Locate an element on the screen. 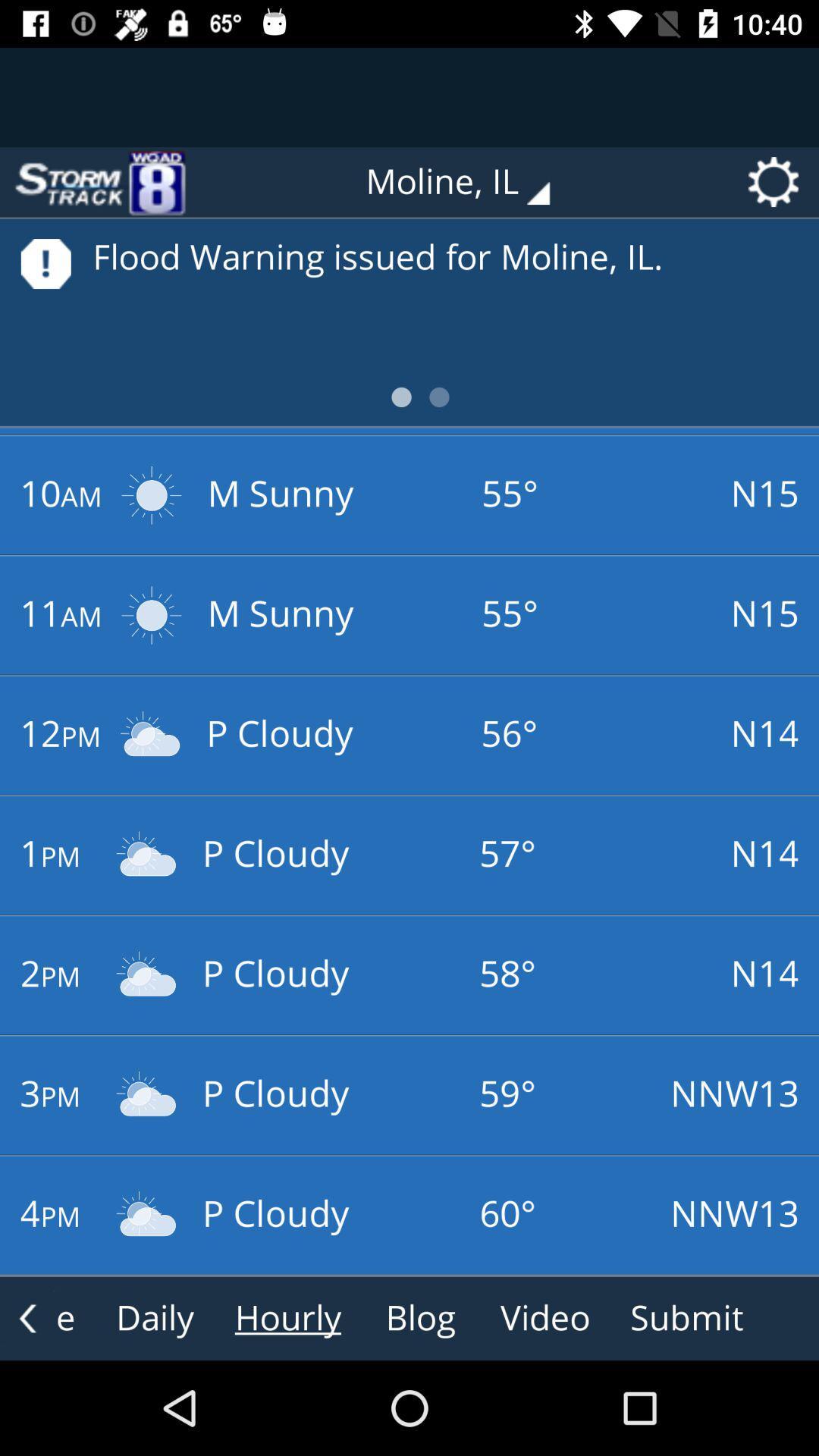 This screenshot has width=819, height=1456. the item next to moline, il is located at coordinates (99, 182).